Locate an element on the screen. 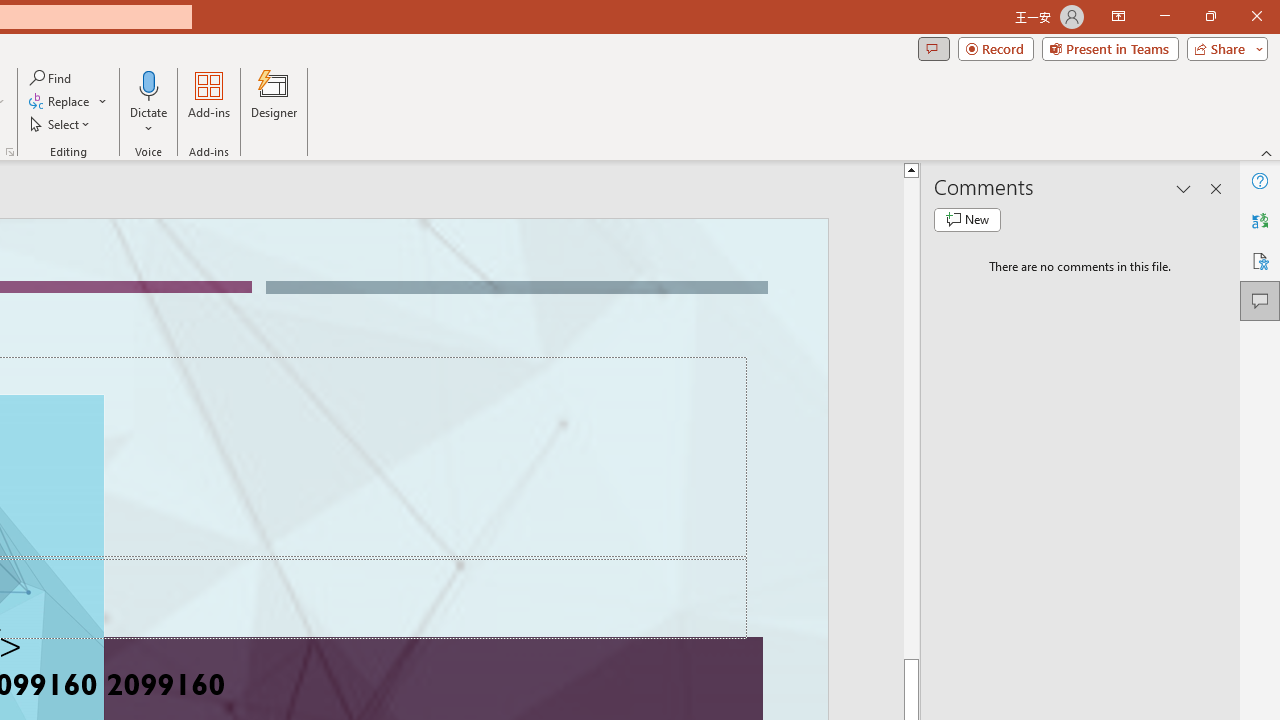 The height and width of the screenshot is (720, 1280). 'Restore Down' is located at coordinates (1209, 16).